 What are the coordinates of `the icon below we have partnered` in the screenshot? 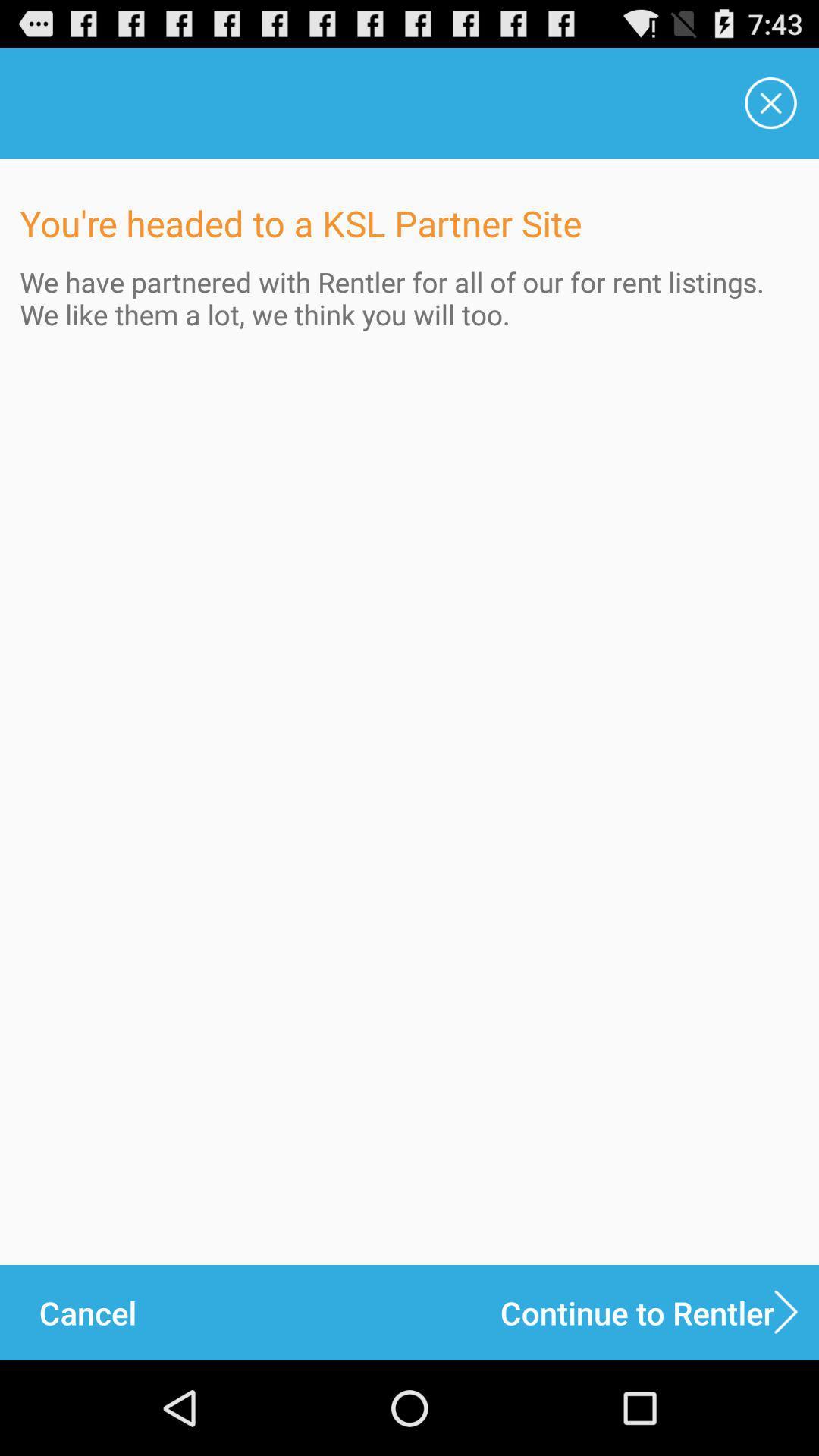 It's located at (87, 1312).